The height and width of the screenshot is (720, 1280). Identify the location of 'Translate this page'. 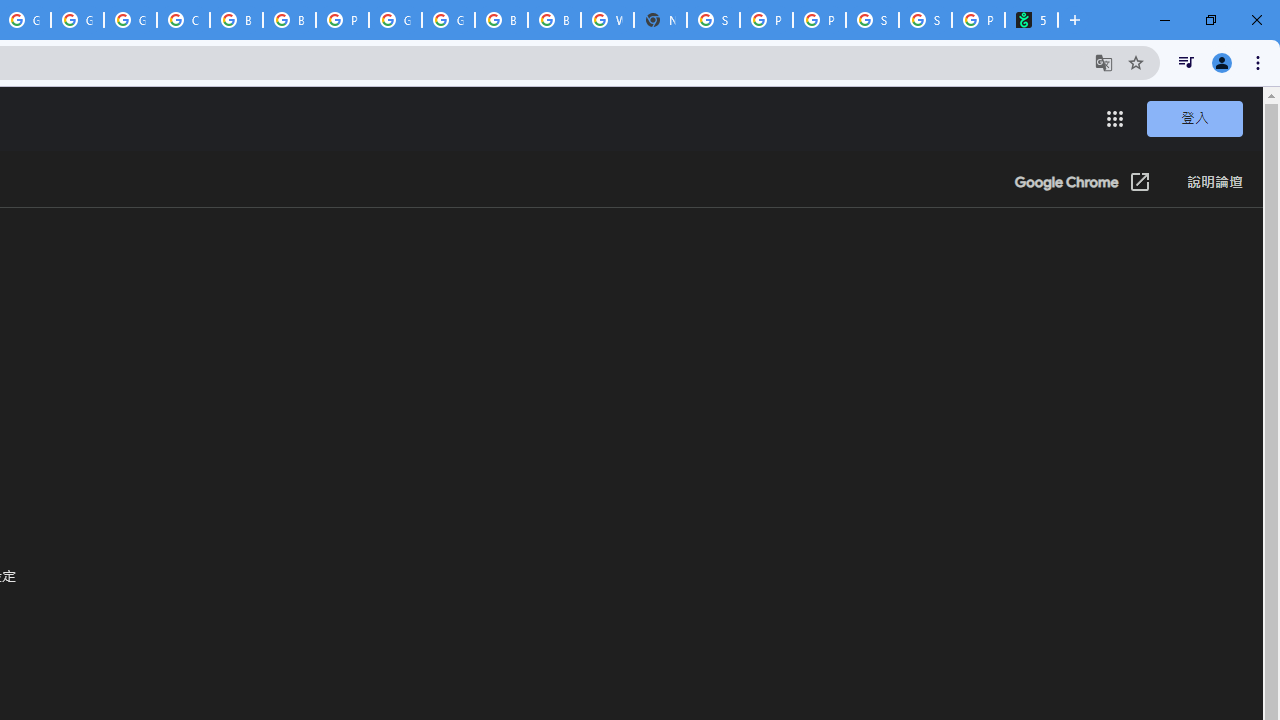
(1103, 61).